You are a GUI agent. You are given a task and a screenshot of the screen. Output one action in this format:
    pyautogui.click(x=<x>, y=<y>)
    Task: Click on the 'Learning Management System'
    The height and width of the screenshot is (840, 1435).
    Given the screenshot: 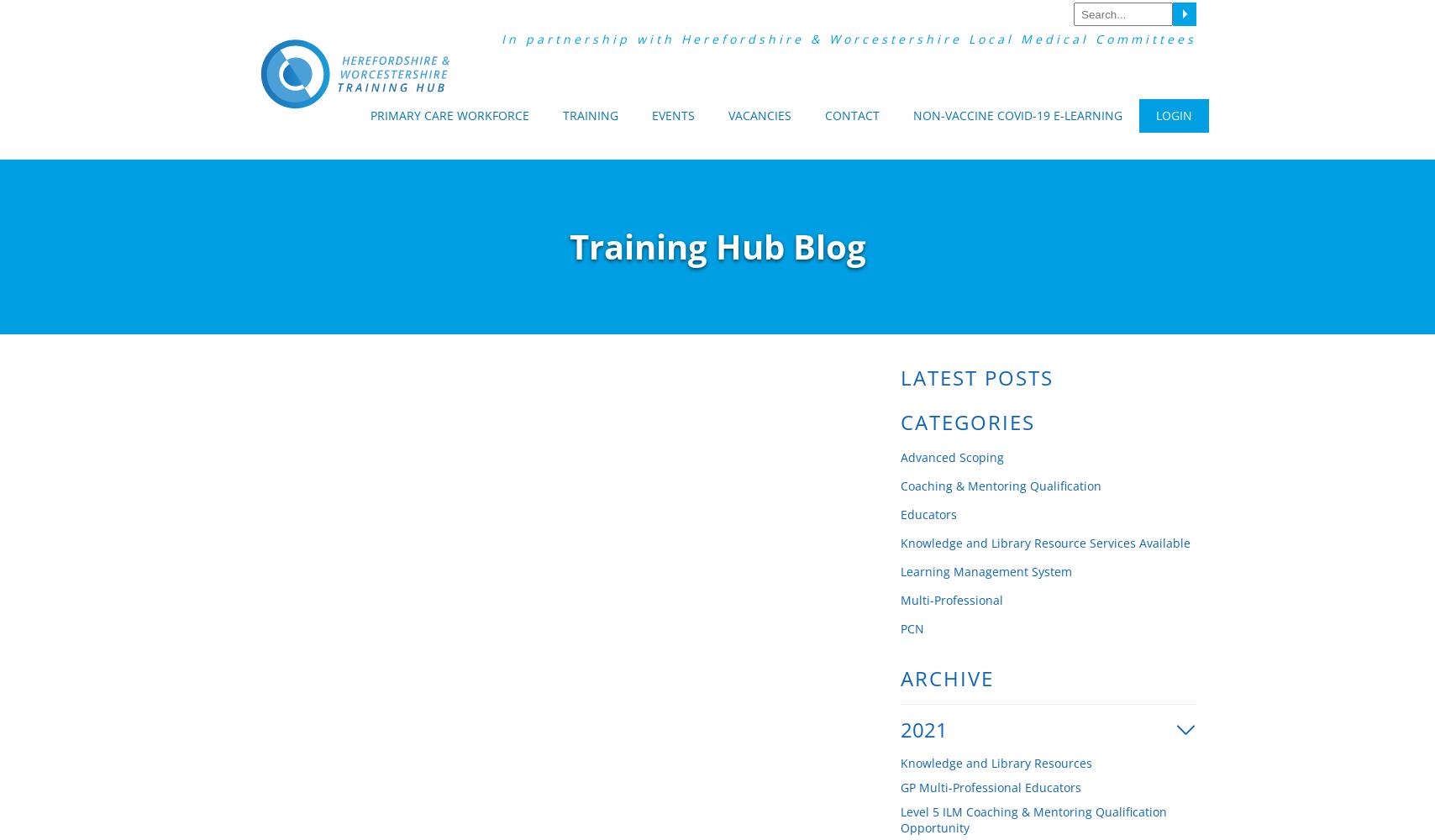 What is the action you would take?
    pyautogui.click(x=986, y=571)
    